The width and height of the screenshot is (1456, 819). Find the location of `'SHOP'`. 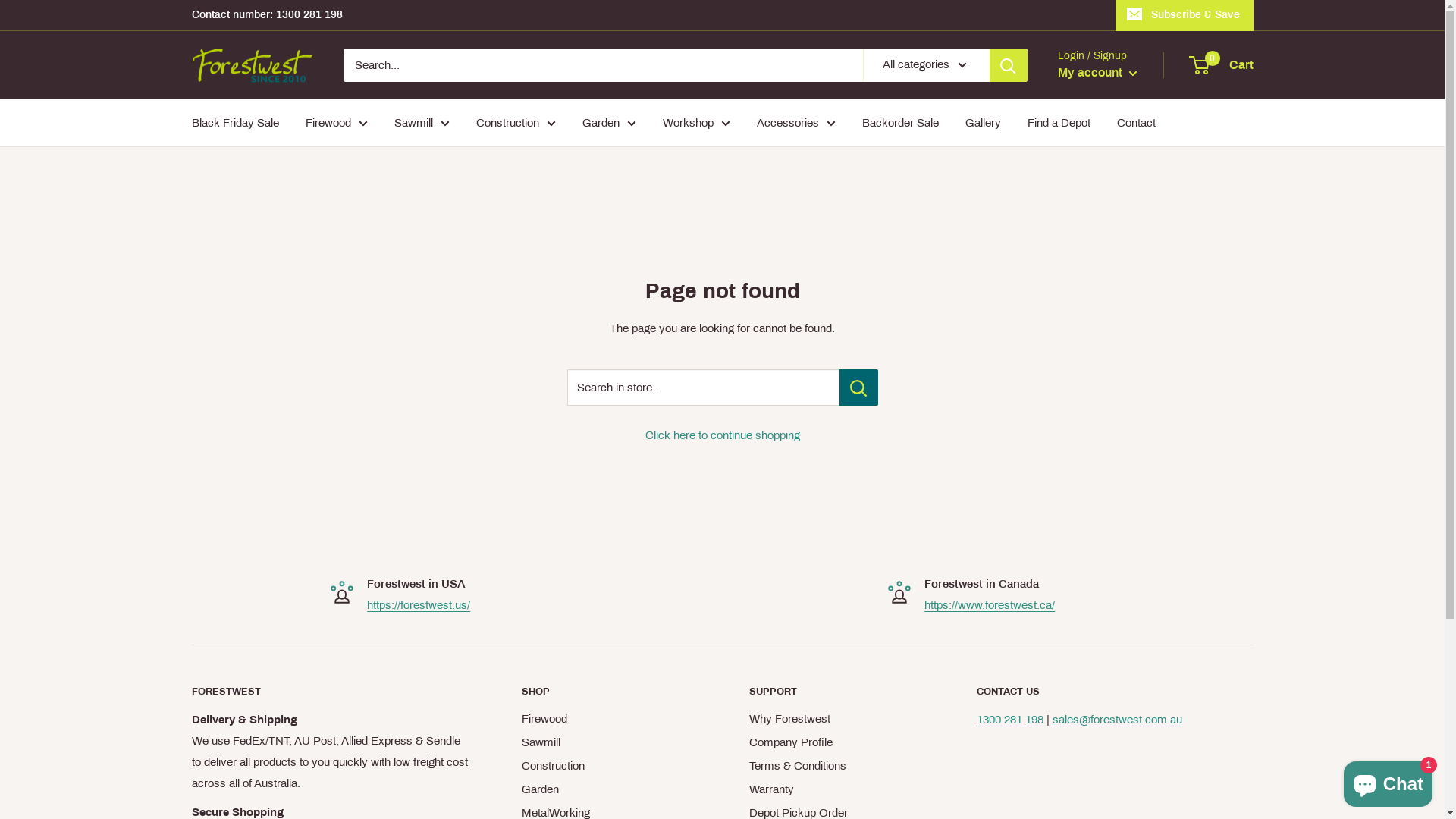

'SHOP' is located at coordinates (608, 691).